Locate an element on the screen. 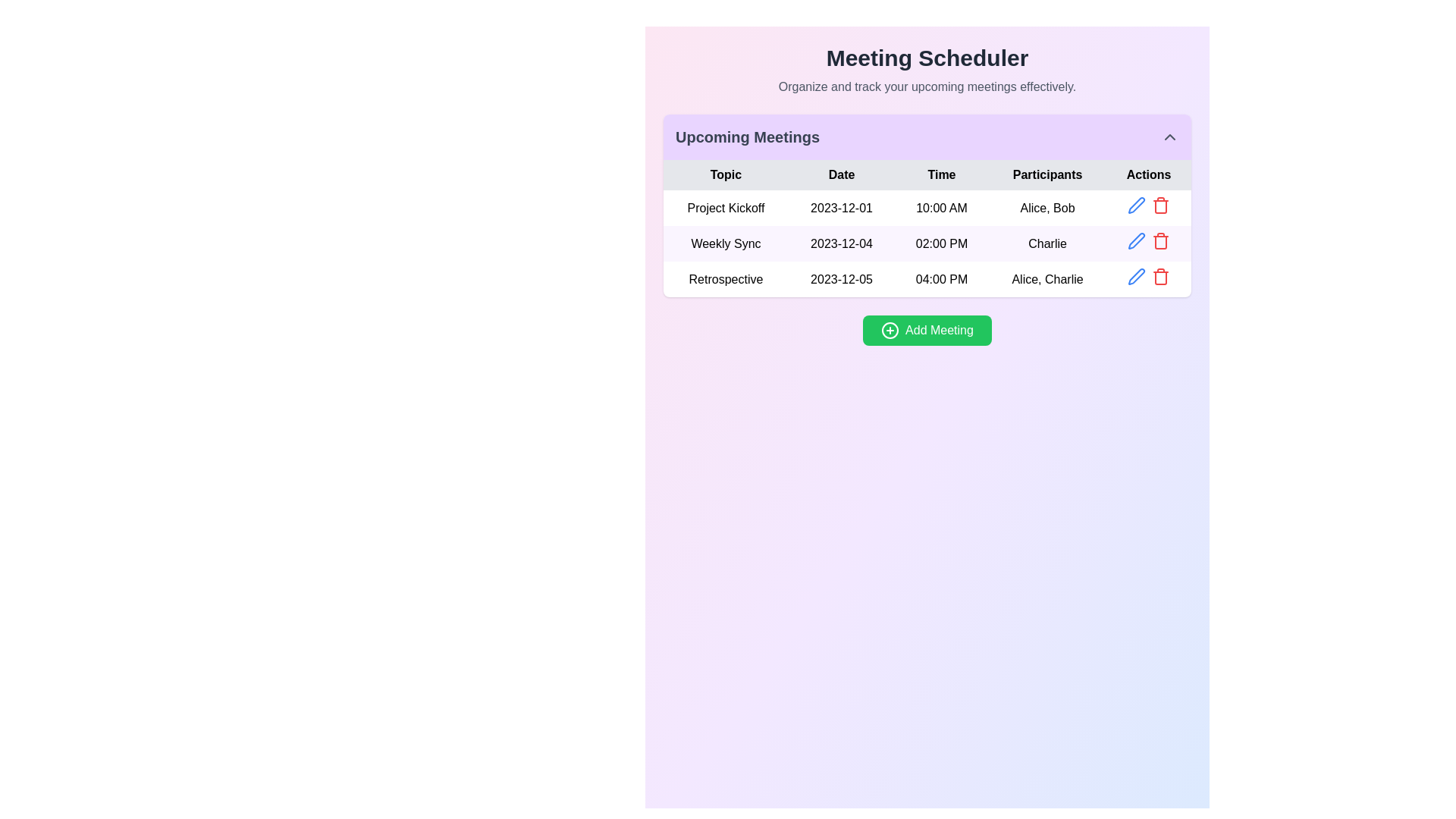 This screenshot has height=819, width=1456. the descriptive subtitle text located beneath the title 'Meeting Scheduler' in the header section of the meeting scheduler interface is located at coordinates (927, 87).